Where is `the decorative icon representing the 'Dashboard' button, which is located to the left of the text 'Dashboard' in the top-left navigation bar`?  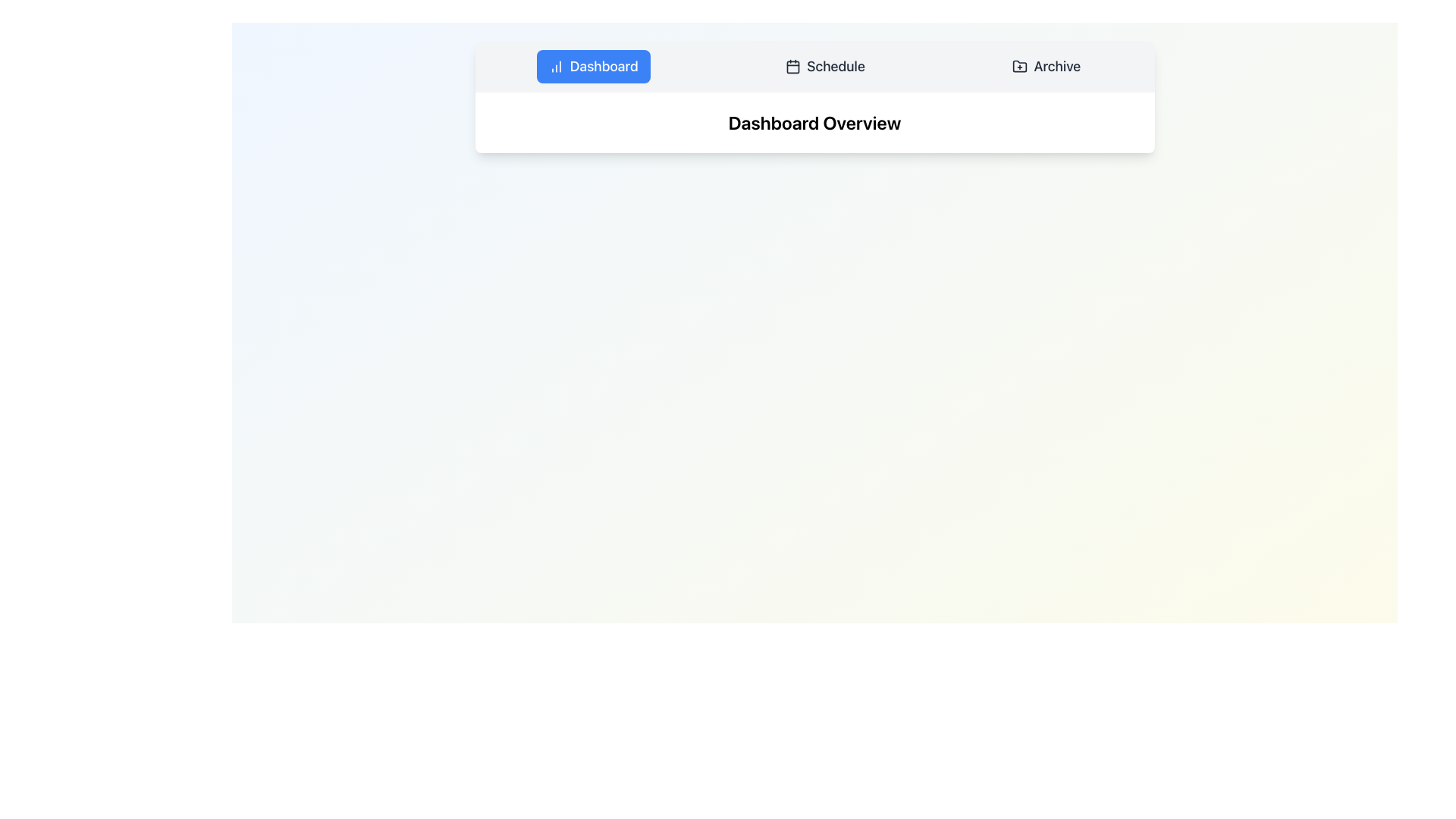
the decorative icon representing the 'Dashboard' button, which is located to the left of the text 'Dashboard' in the top-left navigation bar is located at coordinates (555, 66).